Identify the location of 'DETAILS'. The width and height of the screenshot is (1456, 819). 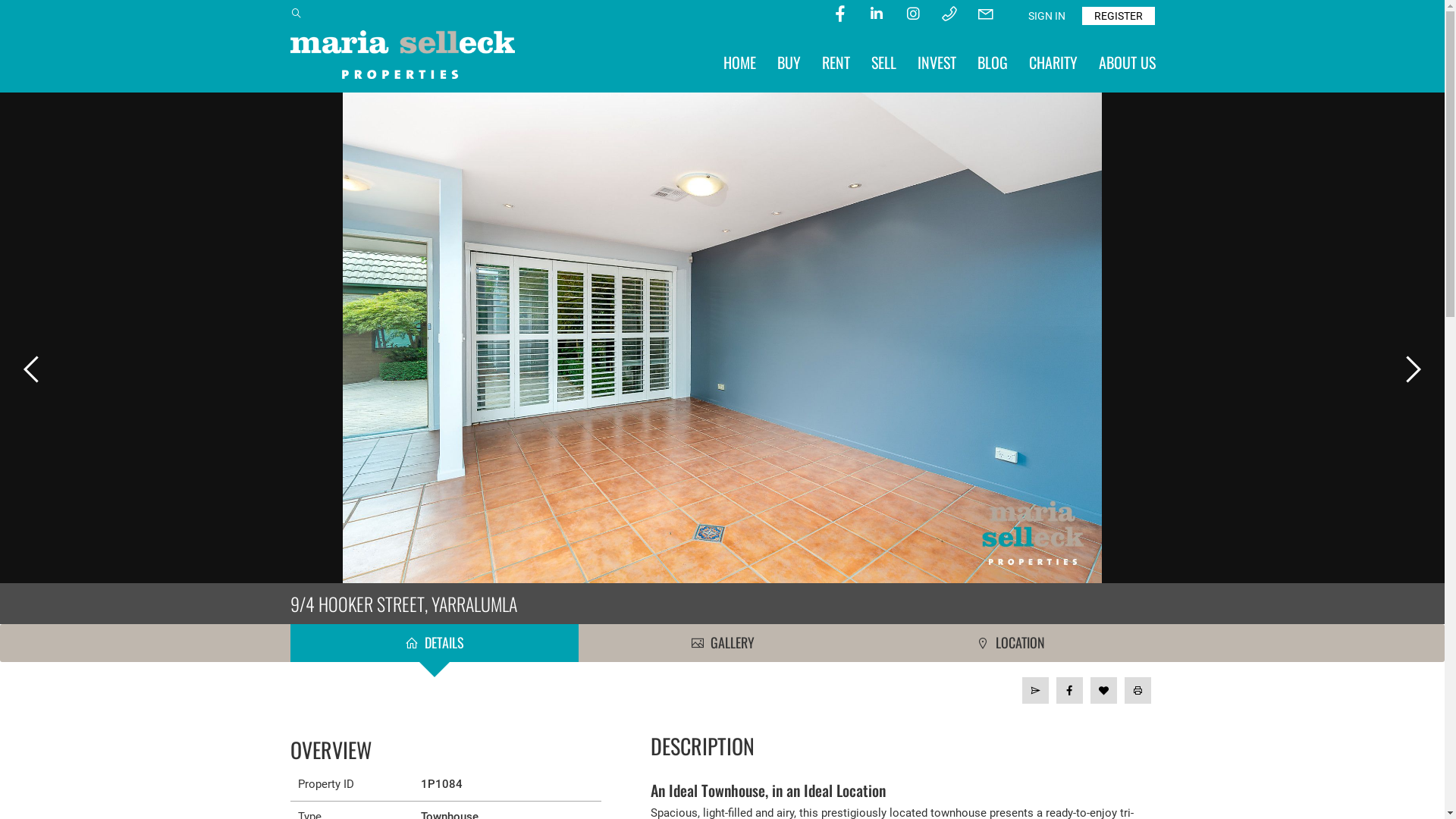
(432, 643).